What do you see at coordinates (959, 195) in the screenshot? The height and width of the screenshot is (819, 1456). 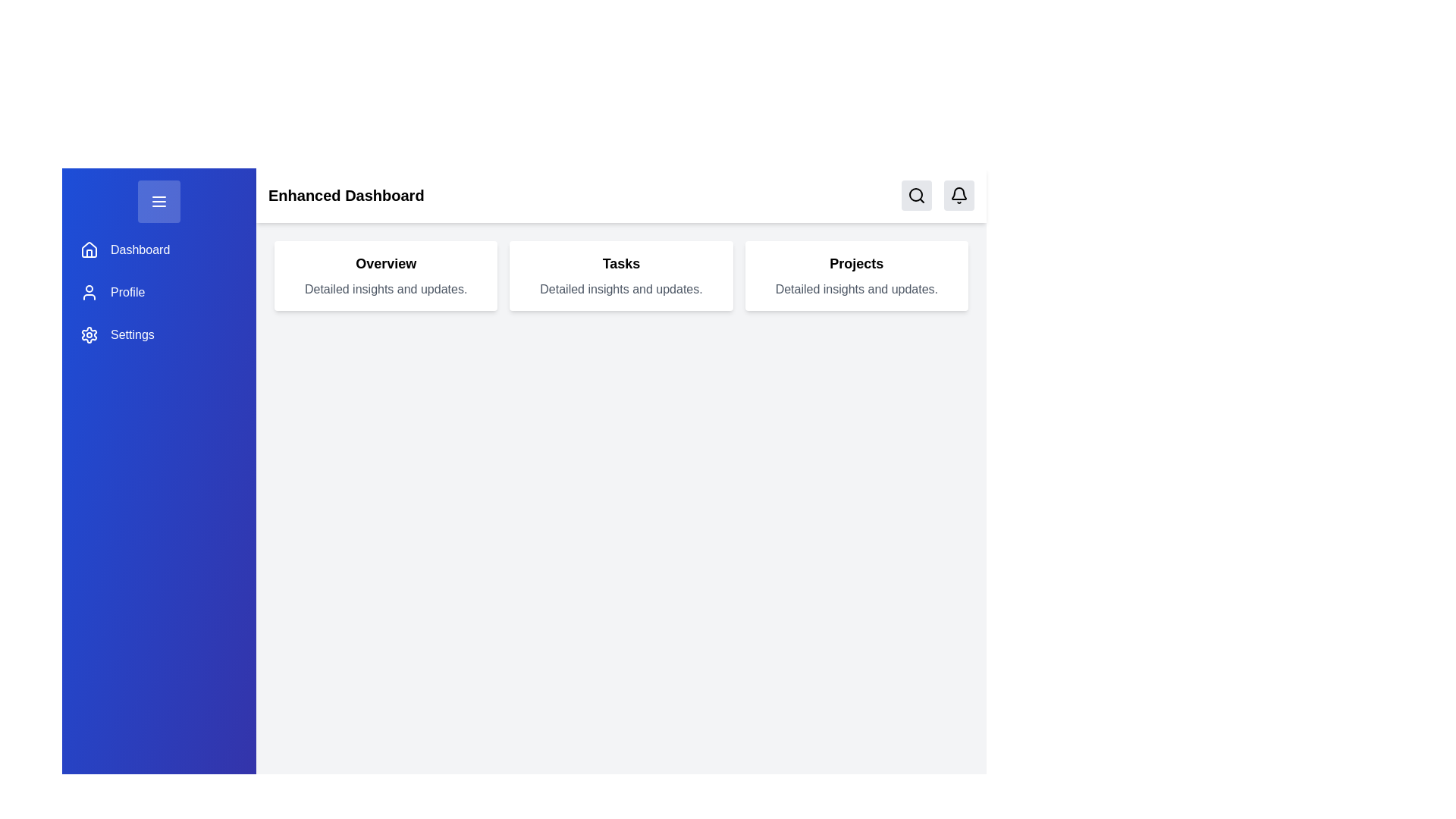 I see `the second button in the group of two adjacent buttons at the top right corner of the main interface` at bounding box center [959, 195].